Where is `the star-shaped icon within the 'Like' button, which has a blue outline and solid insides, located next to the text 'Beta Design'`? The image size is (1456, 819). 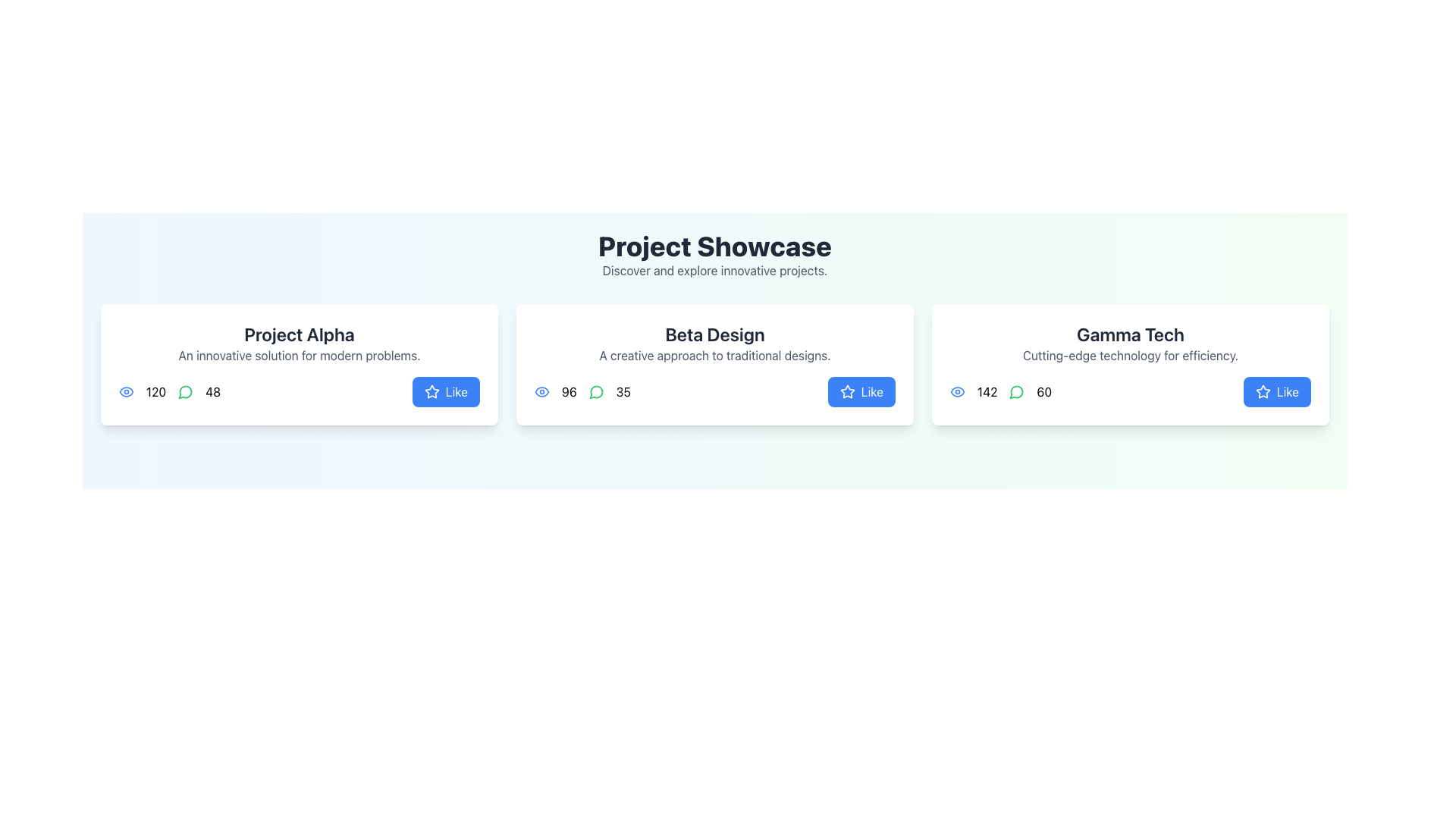 the star-shaped icon within the 'Like' button, which has a blue outline and solid insides, located next to the text 'Beta Design' is located at coordinates (846, 391).